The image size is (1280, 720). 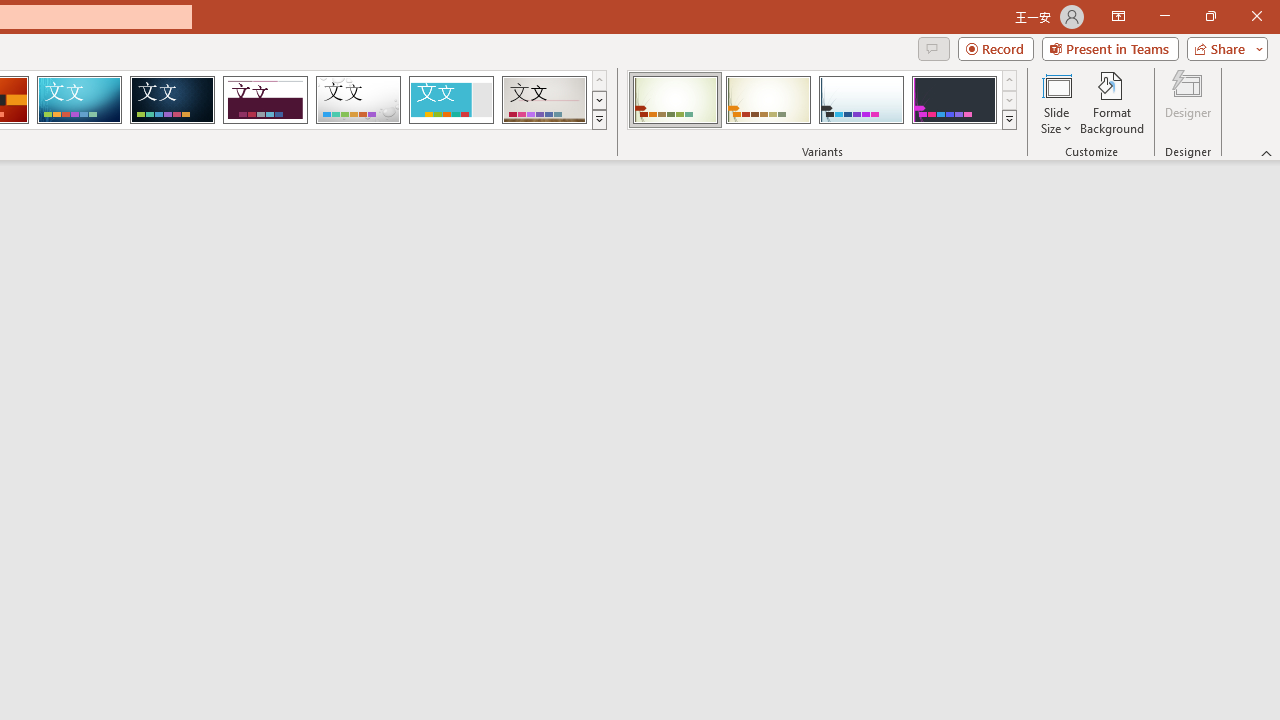 What do you see at coordinates (79, 100) in the screenshot?
I see `'Circuit Loading Preview...'` at bounding box center [79, 100].